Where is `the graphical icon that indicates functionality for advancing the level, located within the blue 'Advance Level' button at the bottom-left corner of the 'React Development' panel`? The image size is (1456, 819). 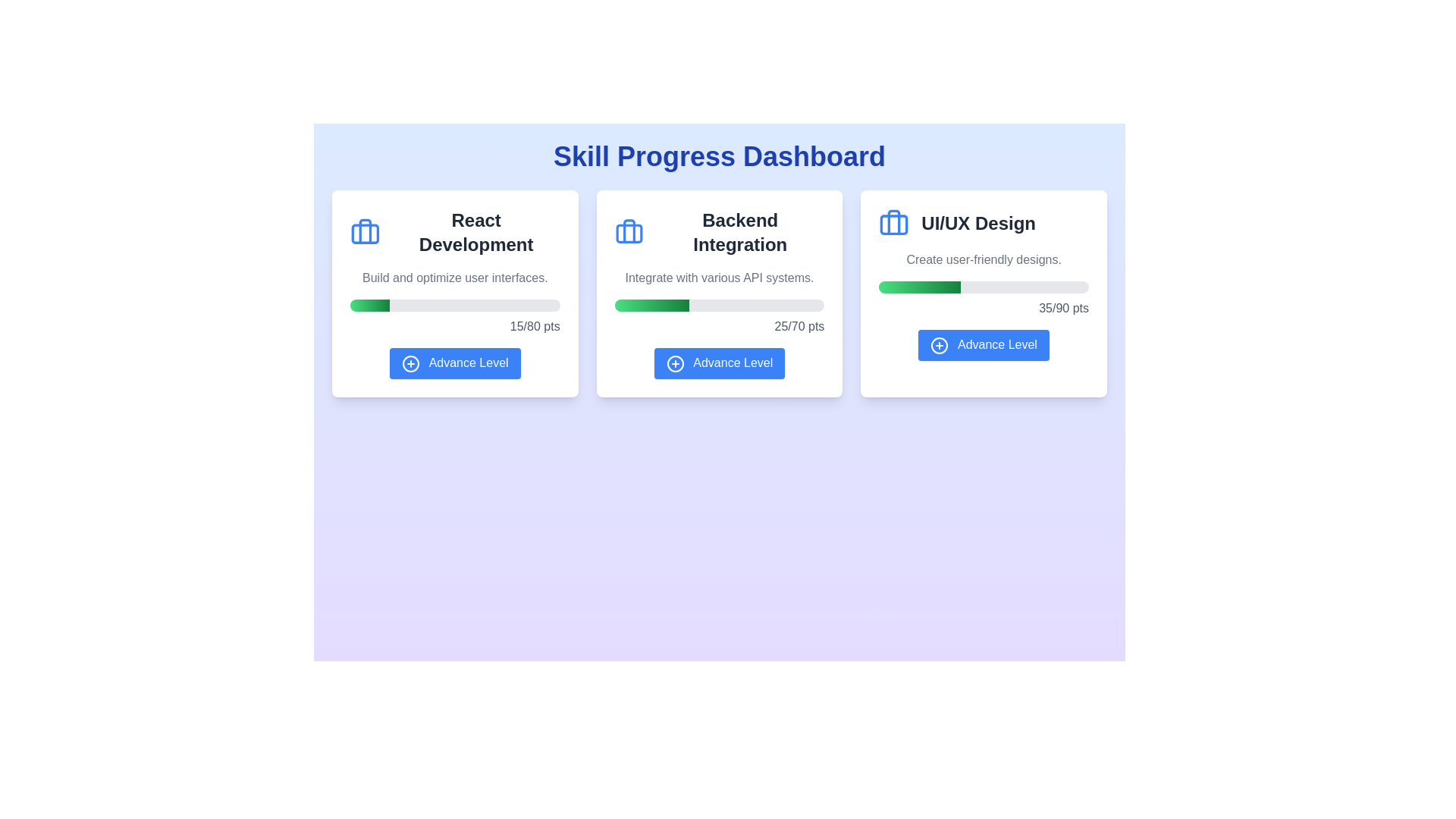 the graphical icon that indicates functionality for advancing the level, located within the blue 'Advance Level' button at the bottom-left corner of the 'React Development' panel is located at coordinates (411, 363).